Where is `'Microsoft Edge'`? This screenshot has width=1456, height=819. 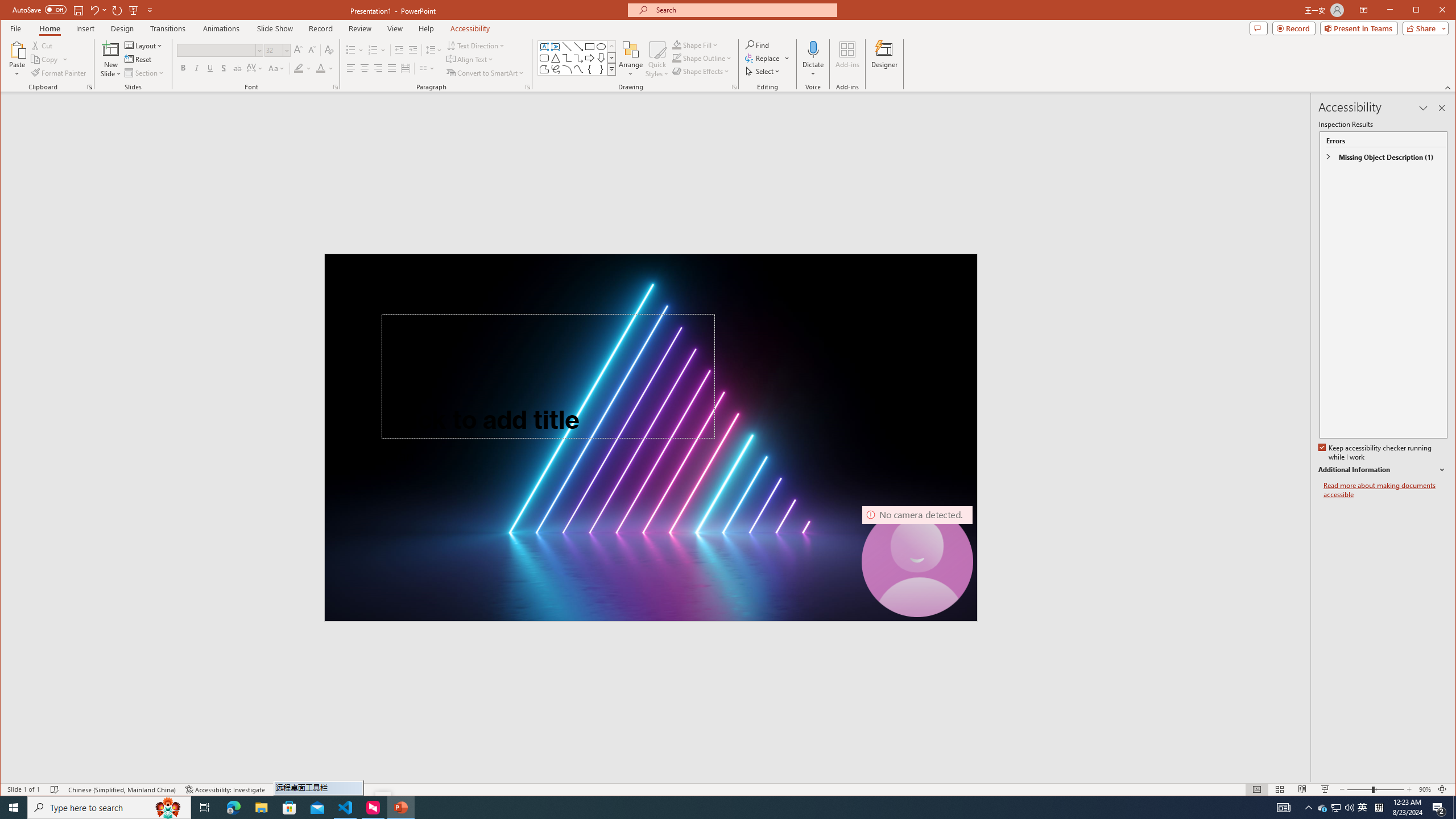
'Microsoft Edge' is located at coordinates (233, 806).